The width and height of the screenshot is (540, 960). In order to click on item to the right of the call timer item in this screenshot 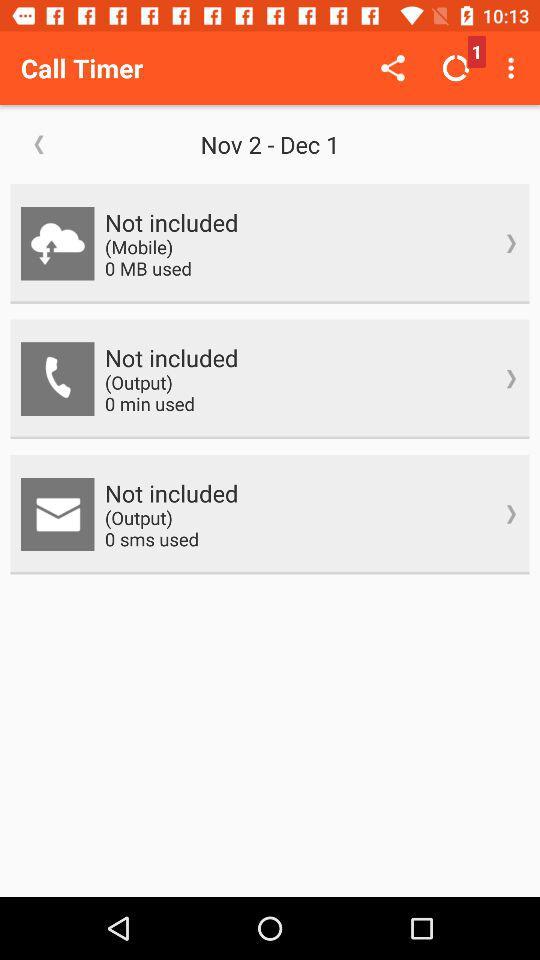, I will do `click(393, 68)`.